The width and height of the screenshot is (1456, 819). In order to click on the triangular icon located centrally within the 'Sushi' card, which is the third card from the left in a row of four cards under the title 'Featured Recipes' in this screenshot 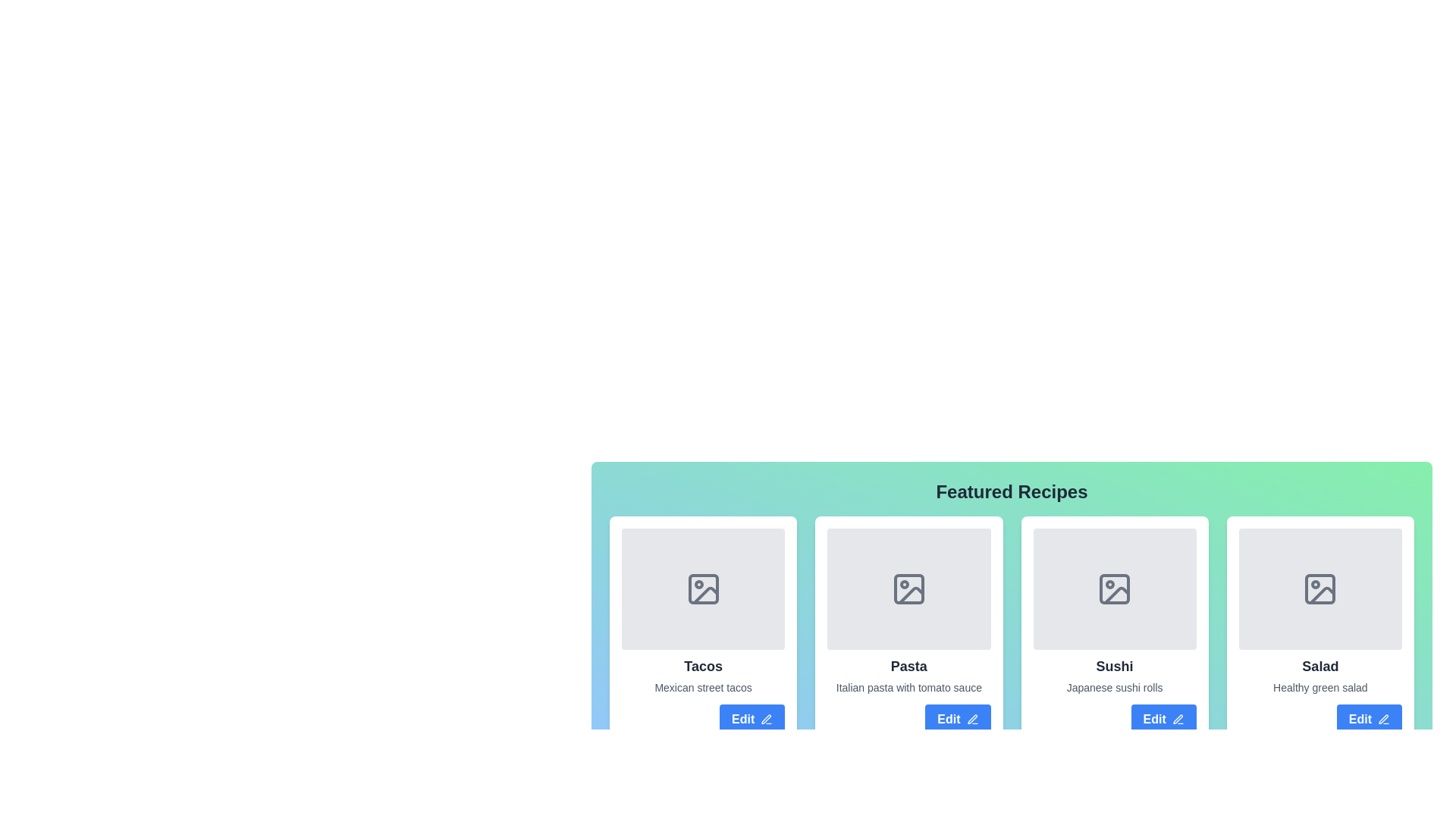, I will do `click(1117, 595)`.